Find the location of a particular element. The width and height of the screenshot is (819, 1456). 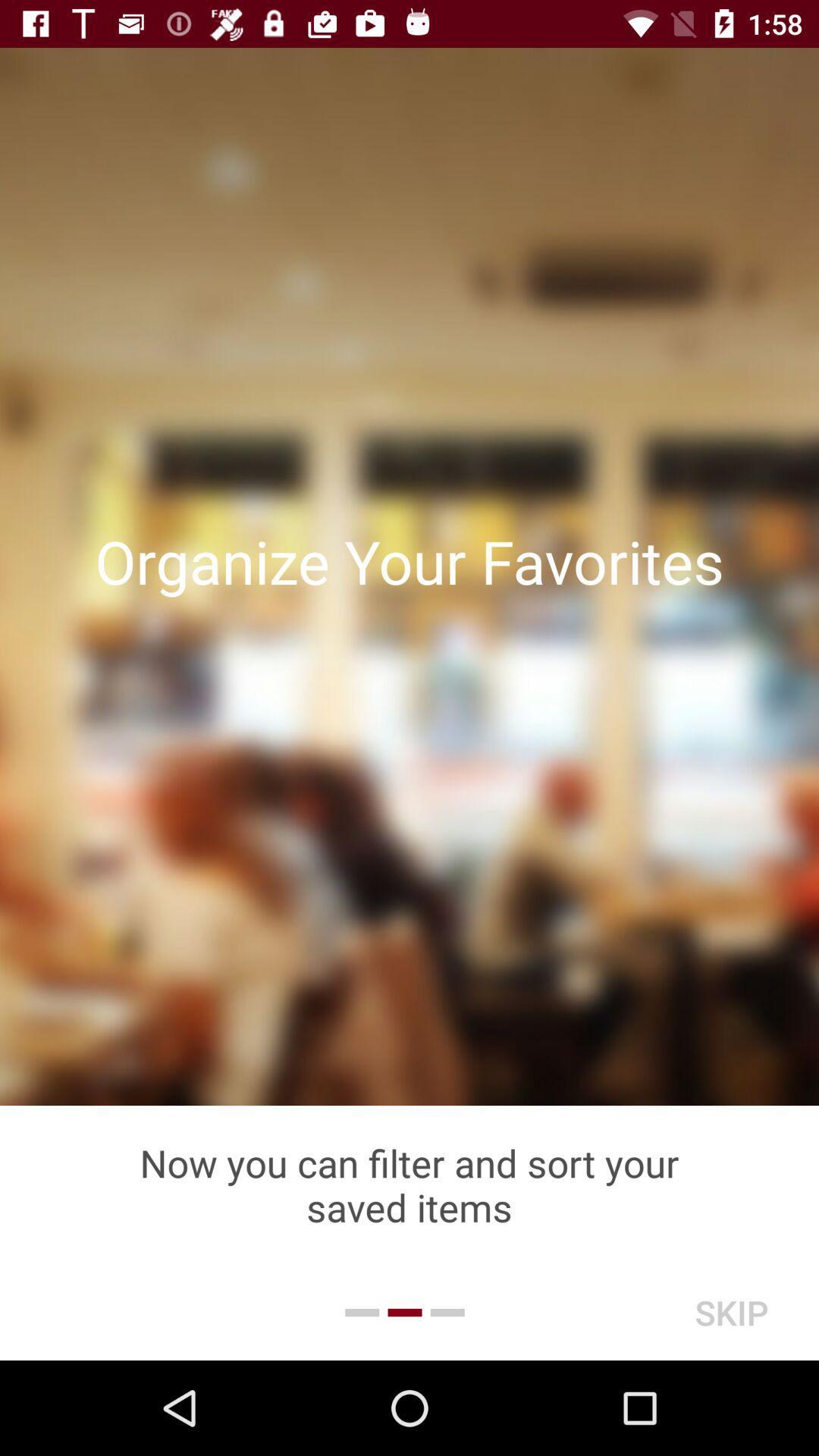

the icon at the bottom right corner is located at coordinates (730, 1312).